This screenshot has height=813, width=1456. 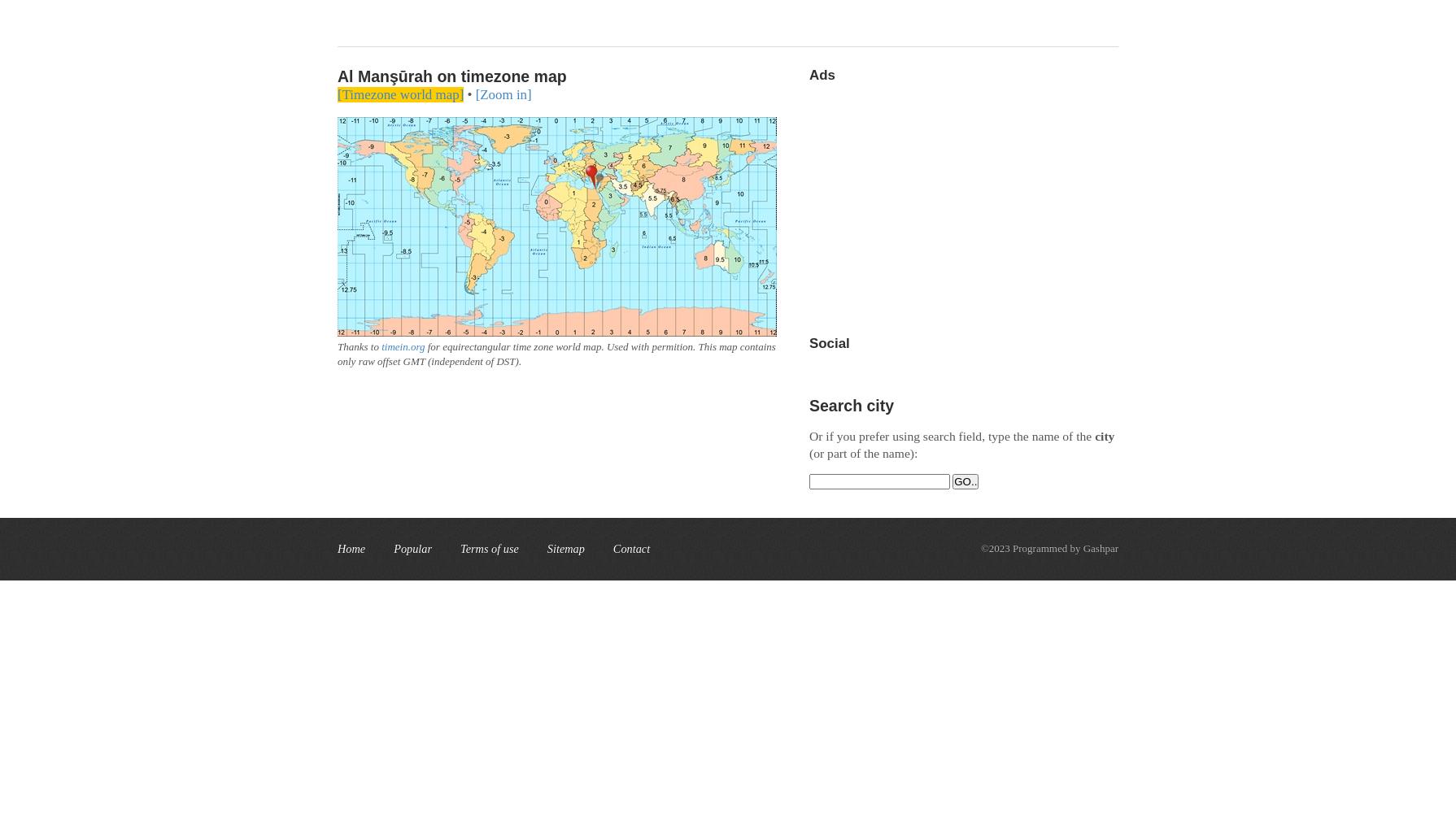 What do you see at coordinates (822, 74) in the screenshot?
I see `'Ads'` at bounding box center [822, 74].